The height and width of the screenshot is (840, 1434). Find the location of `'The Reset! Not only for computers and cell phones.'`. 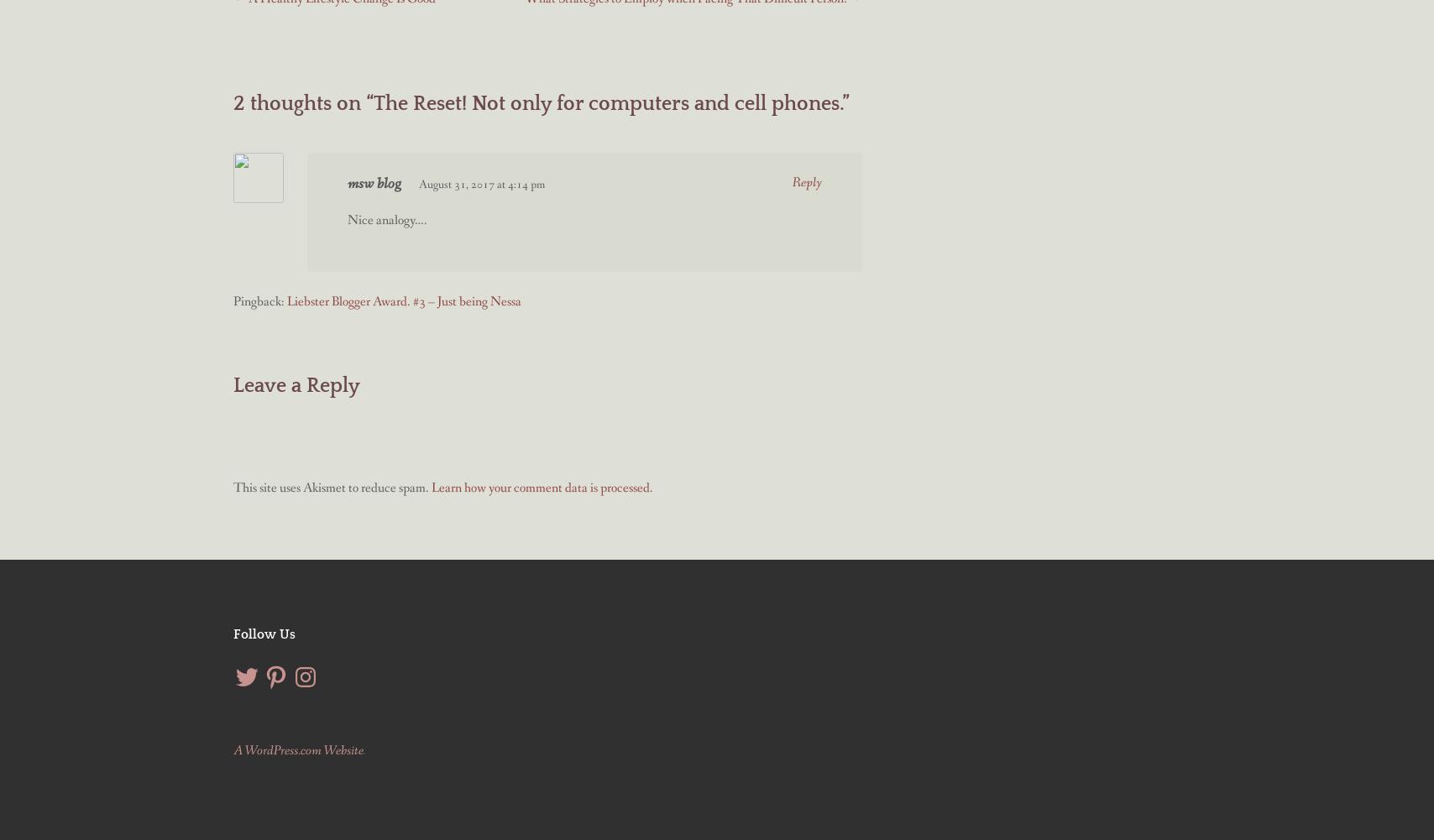

'The Reset! Not only for computers and cell phones.' is located at coordinates (373, 103).